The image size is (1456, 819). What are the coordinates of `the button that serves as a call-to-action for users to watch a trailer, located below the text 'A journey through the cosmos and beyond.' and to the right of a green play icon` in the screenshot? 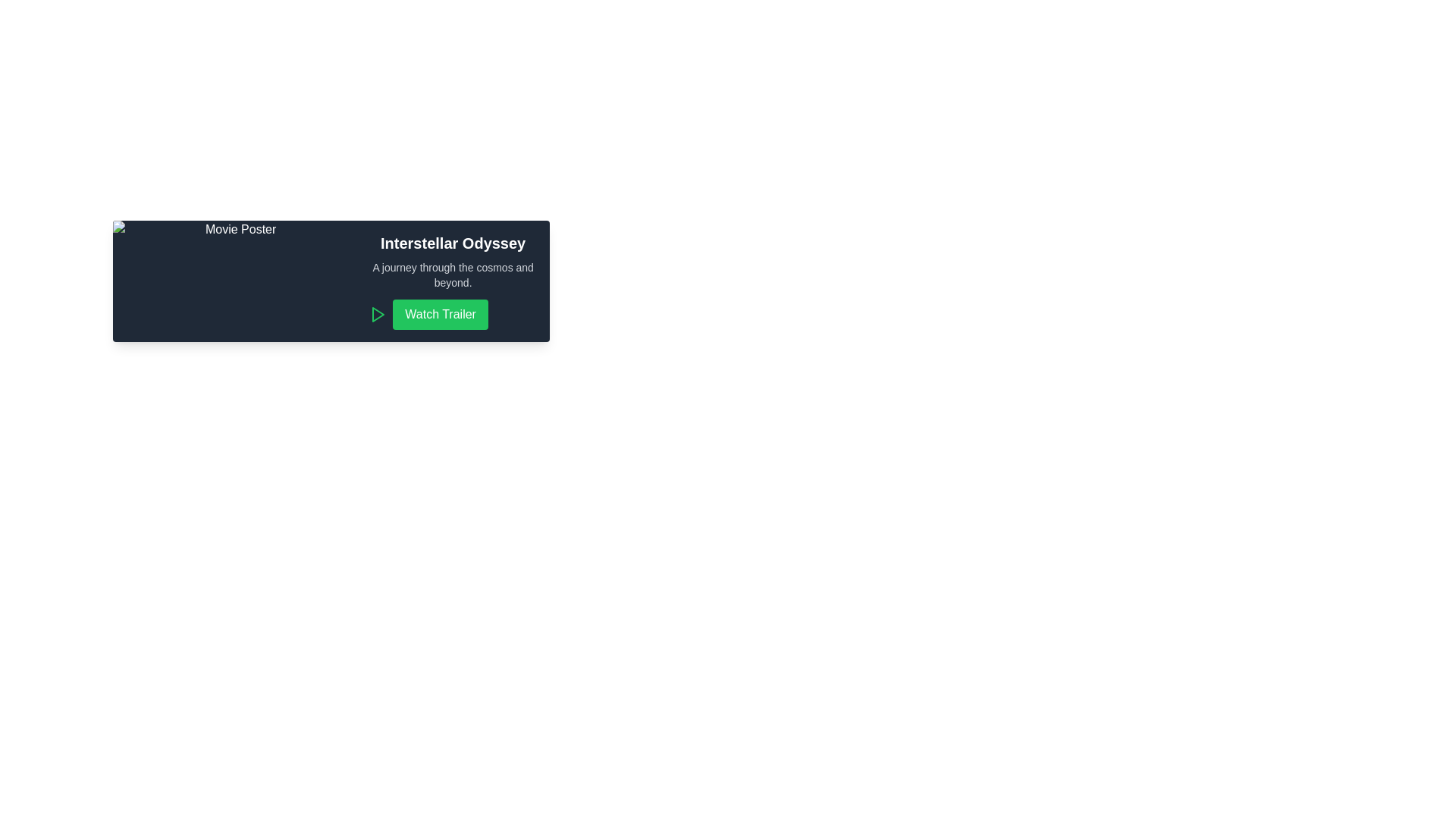 It's located at (452, 314).